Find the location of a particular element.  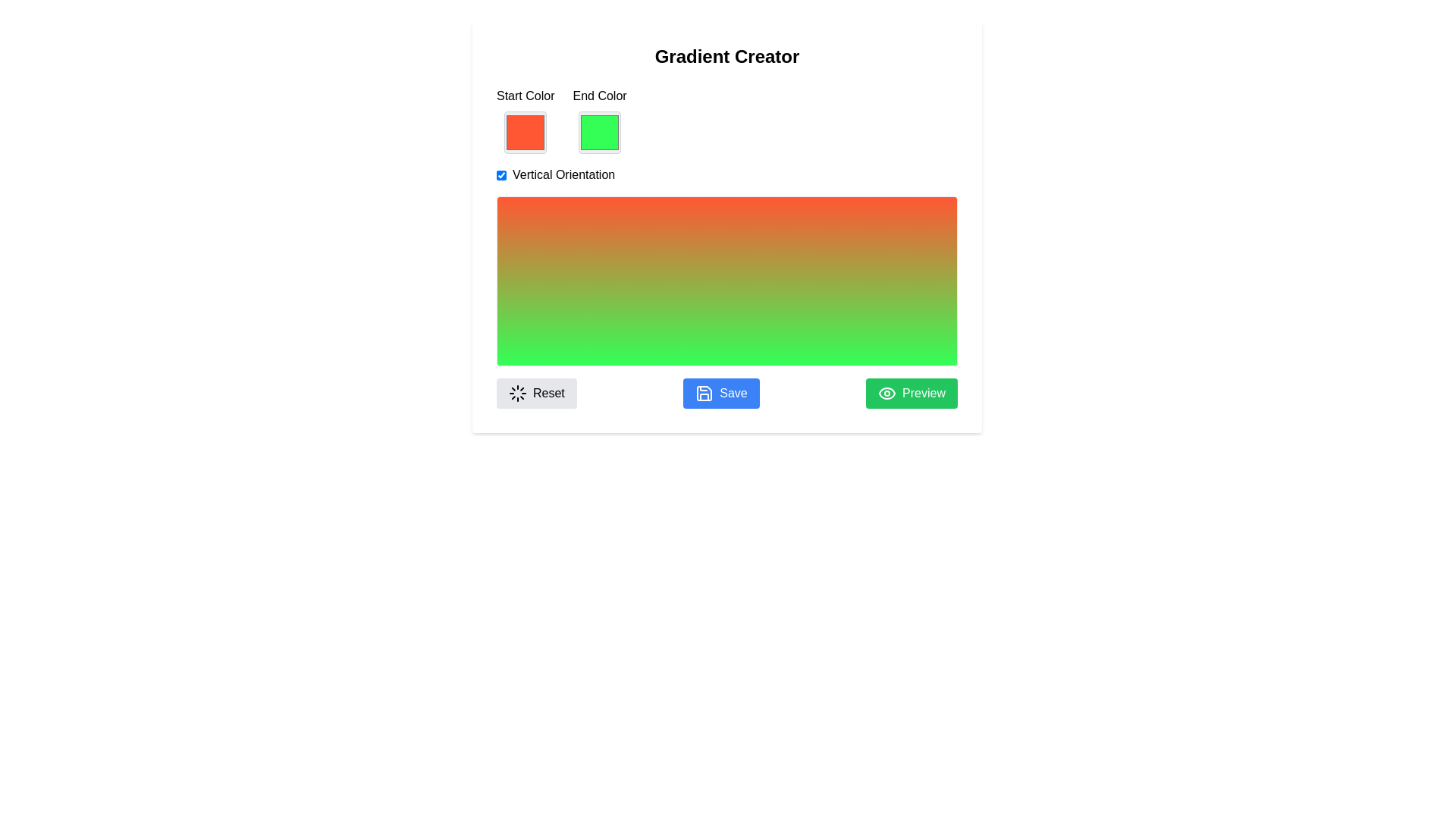

the static visual display that shows a gradient preview based on user-selected values, located below the 'Vertical Orientation' section is located at coordinates (726, 281).